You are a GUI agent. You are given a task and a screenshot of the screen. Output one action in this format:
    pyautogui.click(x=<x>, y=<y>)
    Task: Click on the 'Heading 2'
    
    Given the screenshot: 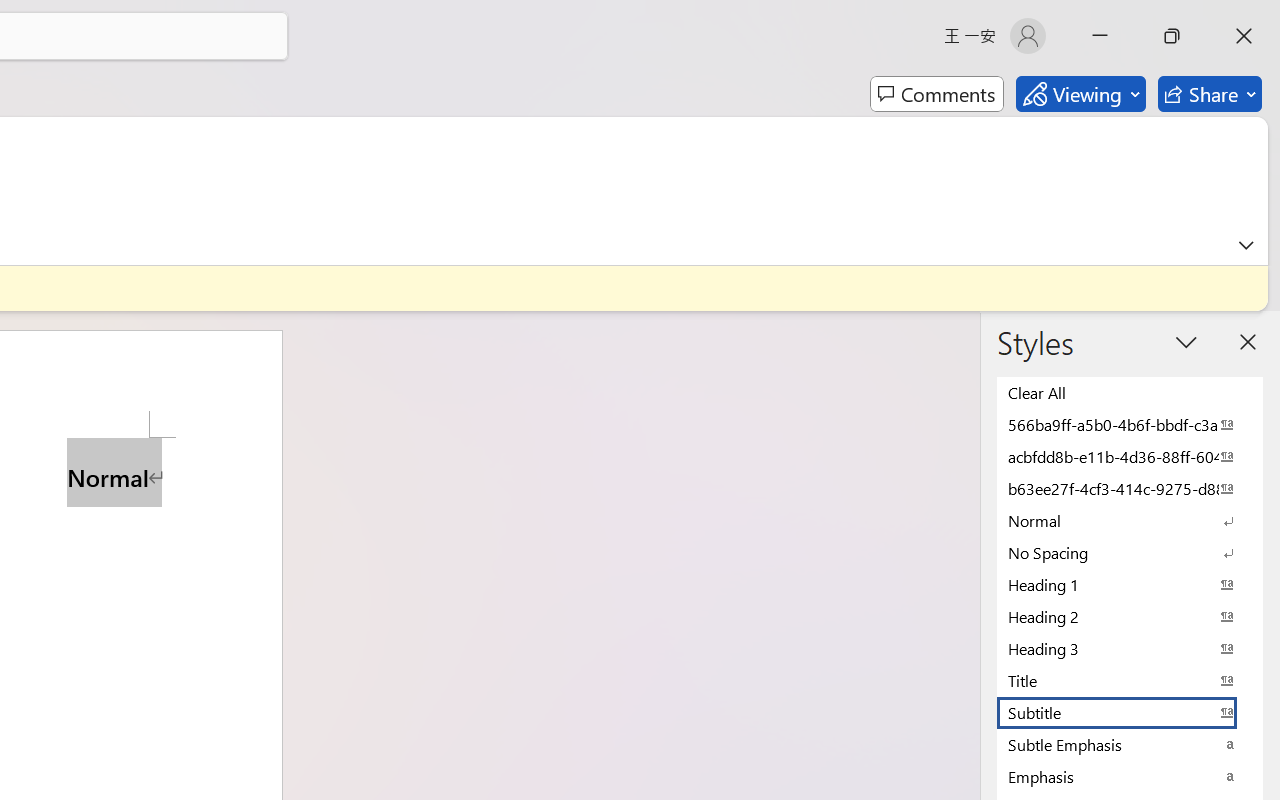 What is the action you would take?
    pyautogui.click(x=1130, y=616)
    